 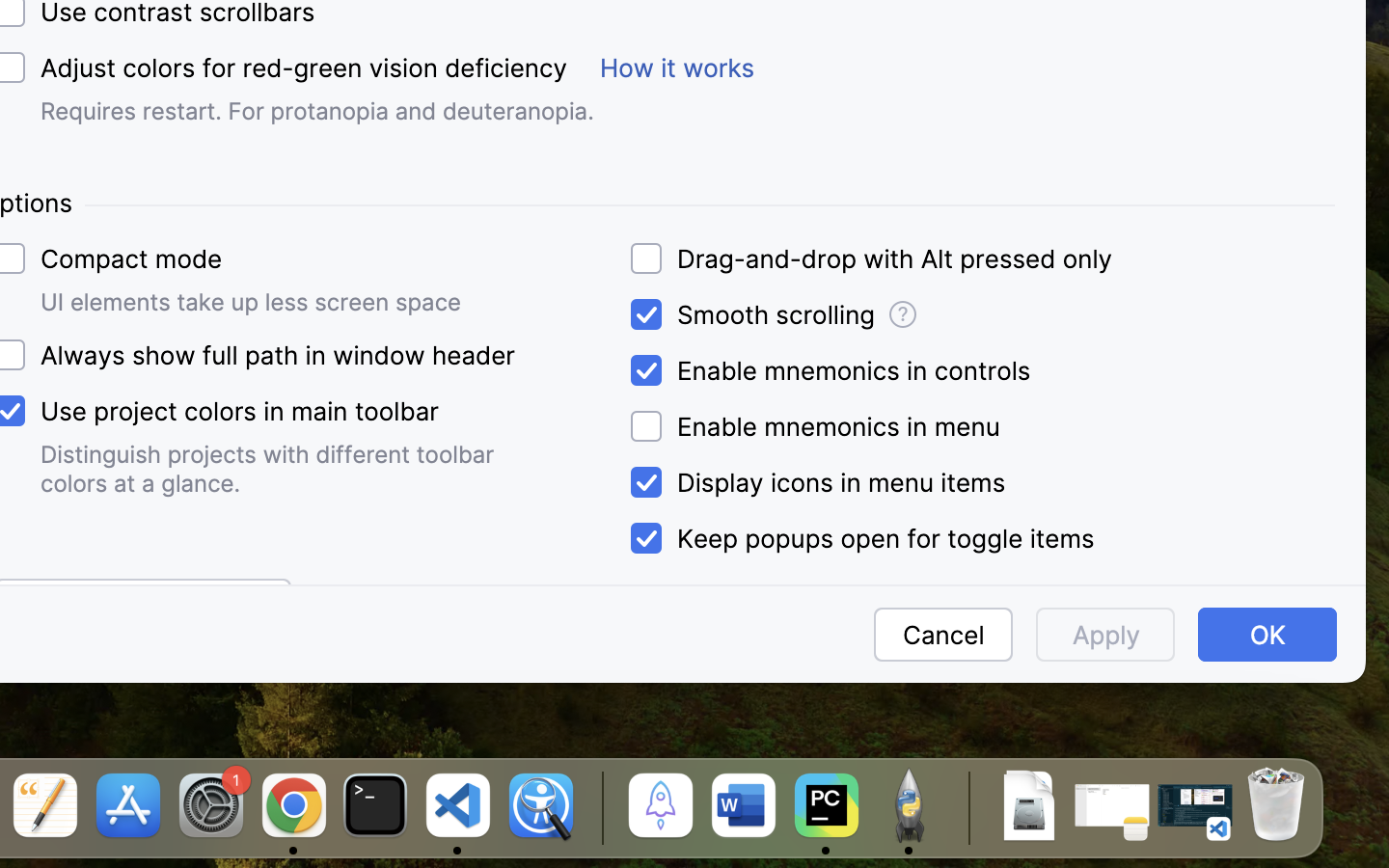 What do you see at coordinates (250, 301) in the screenshot?
I see `'UI elements take up less screen space'` at bounding box center [250, 301].